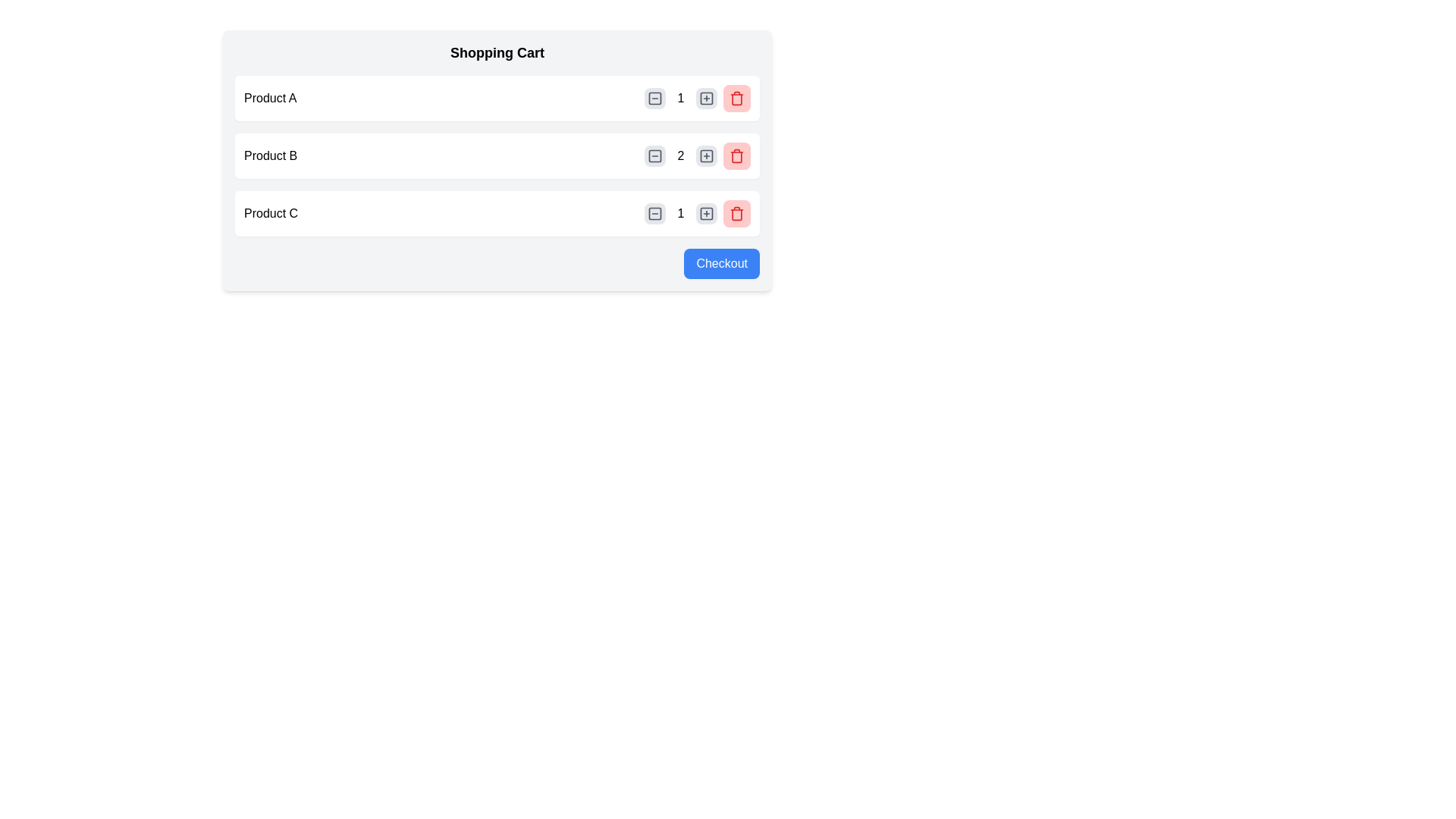  What do you see at coordinates (736, 99) in the screenshot?
I see `the trash can icon button in the 'Product A' row of the shopping cart interface` at bounding box center [736, 99].